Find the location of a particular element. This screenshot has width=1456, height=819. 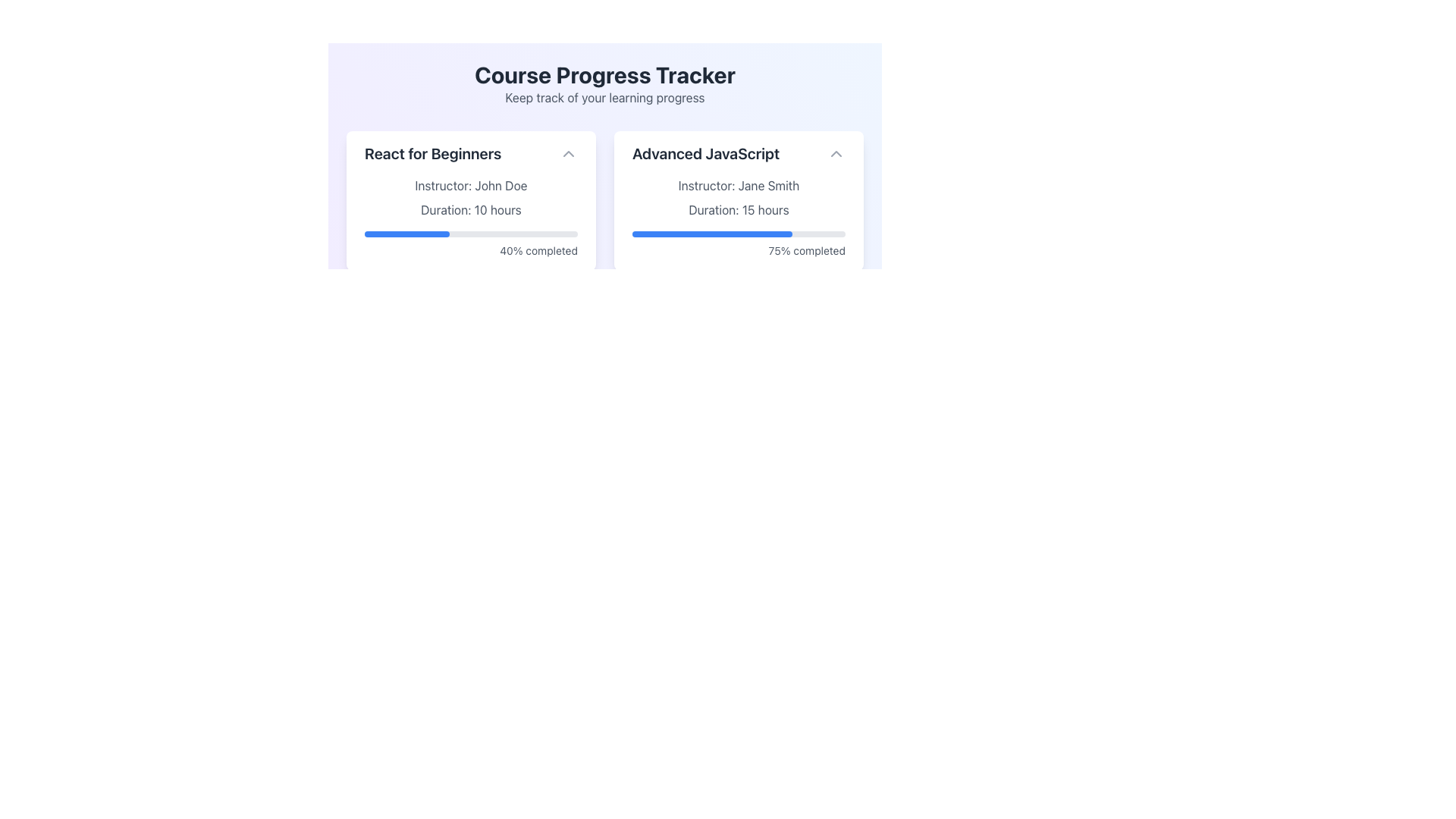

the progress visually indicated by the progress indicator located within the left card titled 'React for Beginners', which shows 40% completion of the course is located at coordinates (407, 234).